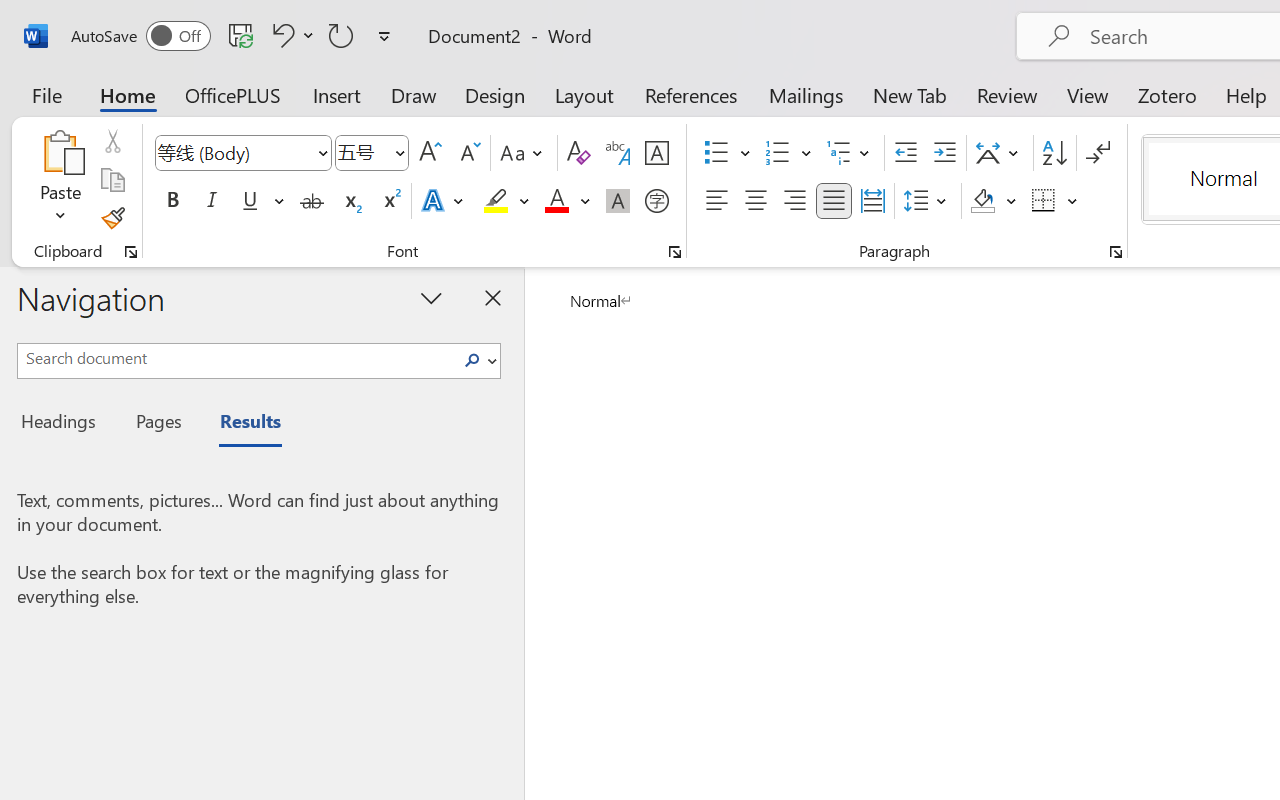 The height and width of the screenshot is (800, 1280). What do you see at coordinates (993, 201) in the screenshot?
I see `'Shading'` at bounding box center [993, 201].